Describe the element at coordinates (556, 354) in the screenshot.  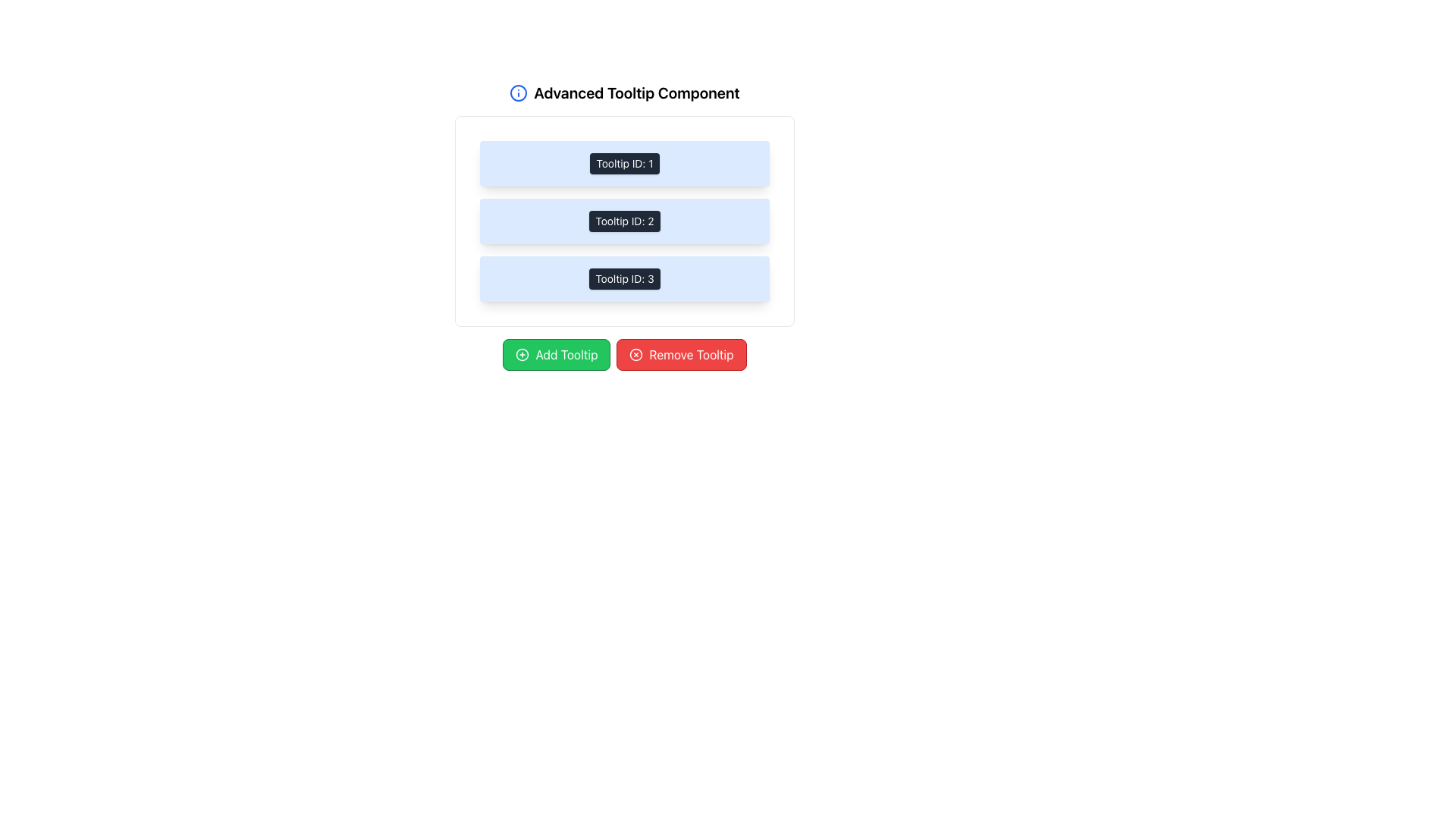
I see `the green 'Add Tooltip' button with white text and a plus icon, located near the bottom of the main interface` at that location.